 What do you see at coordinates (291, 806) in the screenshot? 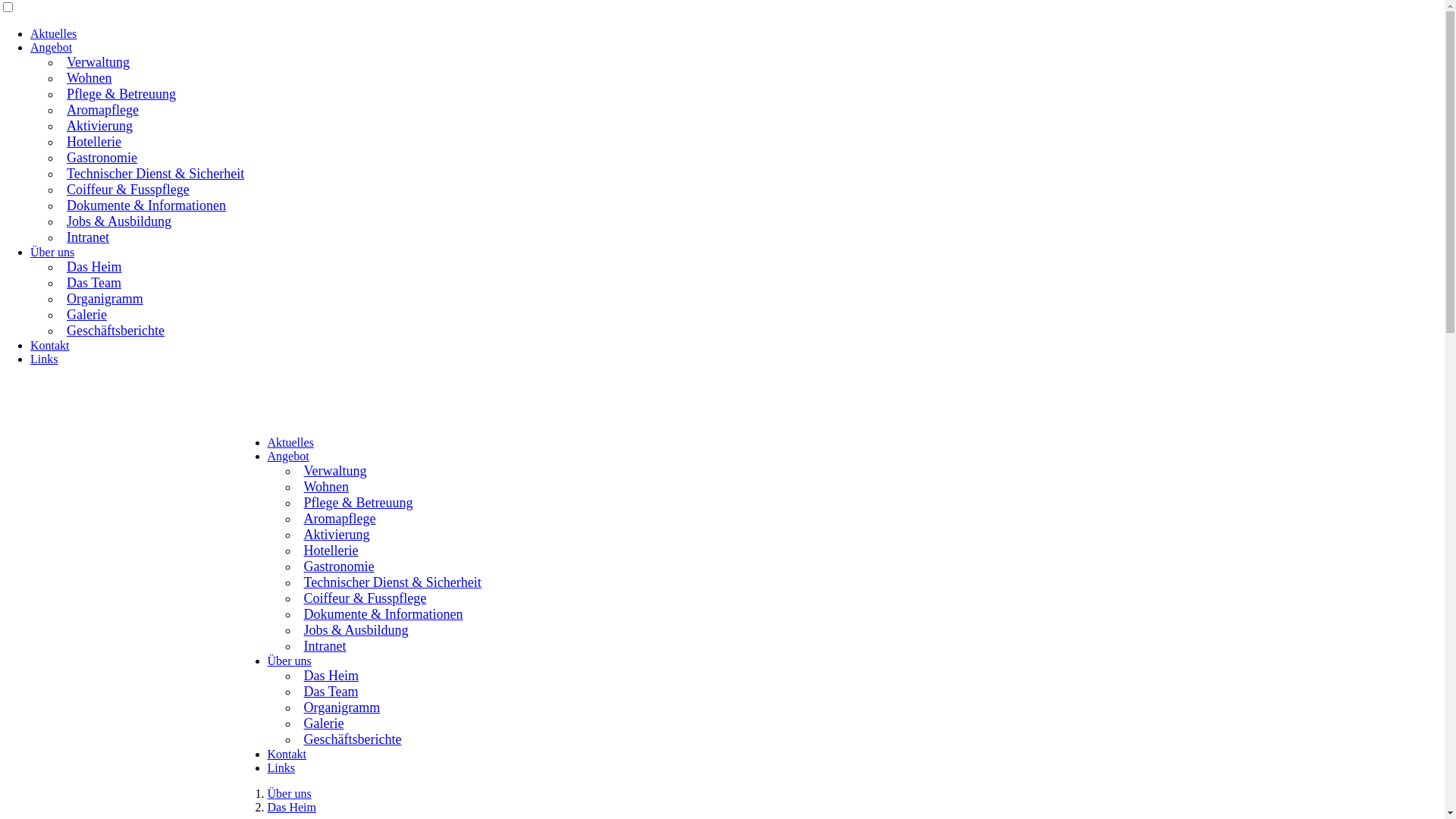
I see `'Das Heim'` at bounding box center [291, 806].